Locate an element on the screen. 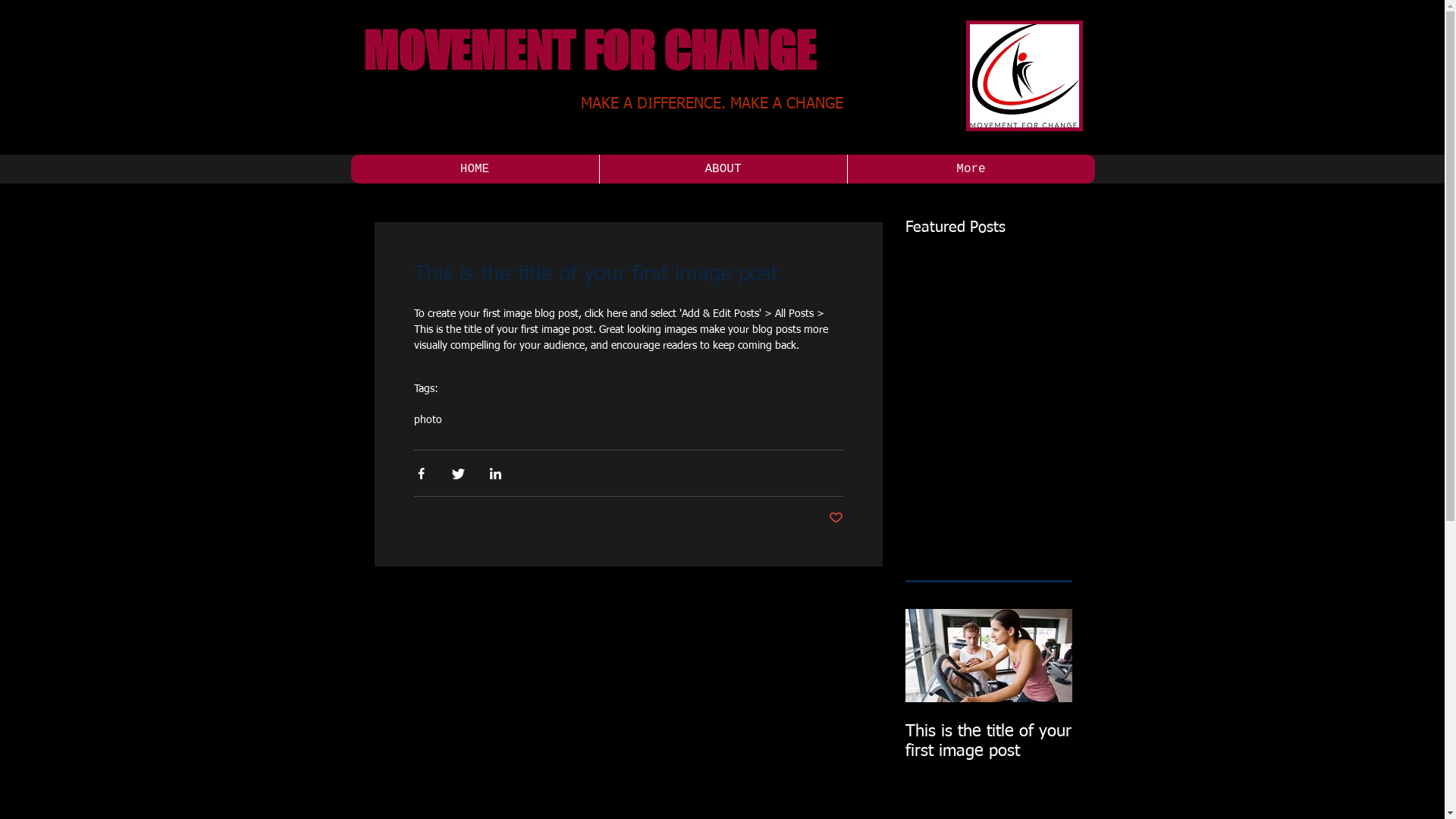  'ABOUT' is located at coordinates (722, 169).